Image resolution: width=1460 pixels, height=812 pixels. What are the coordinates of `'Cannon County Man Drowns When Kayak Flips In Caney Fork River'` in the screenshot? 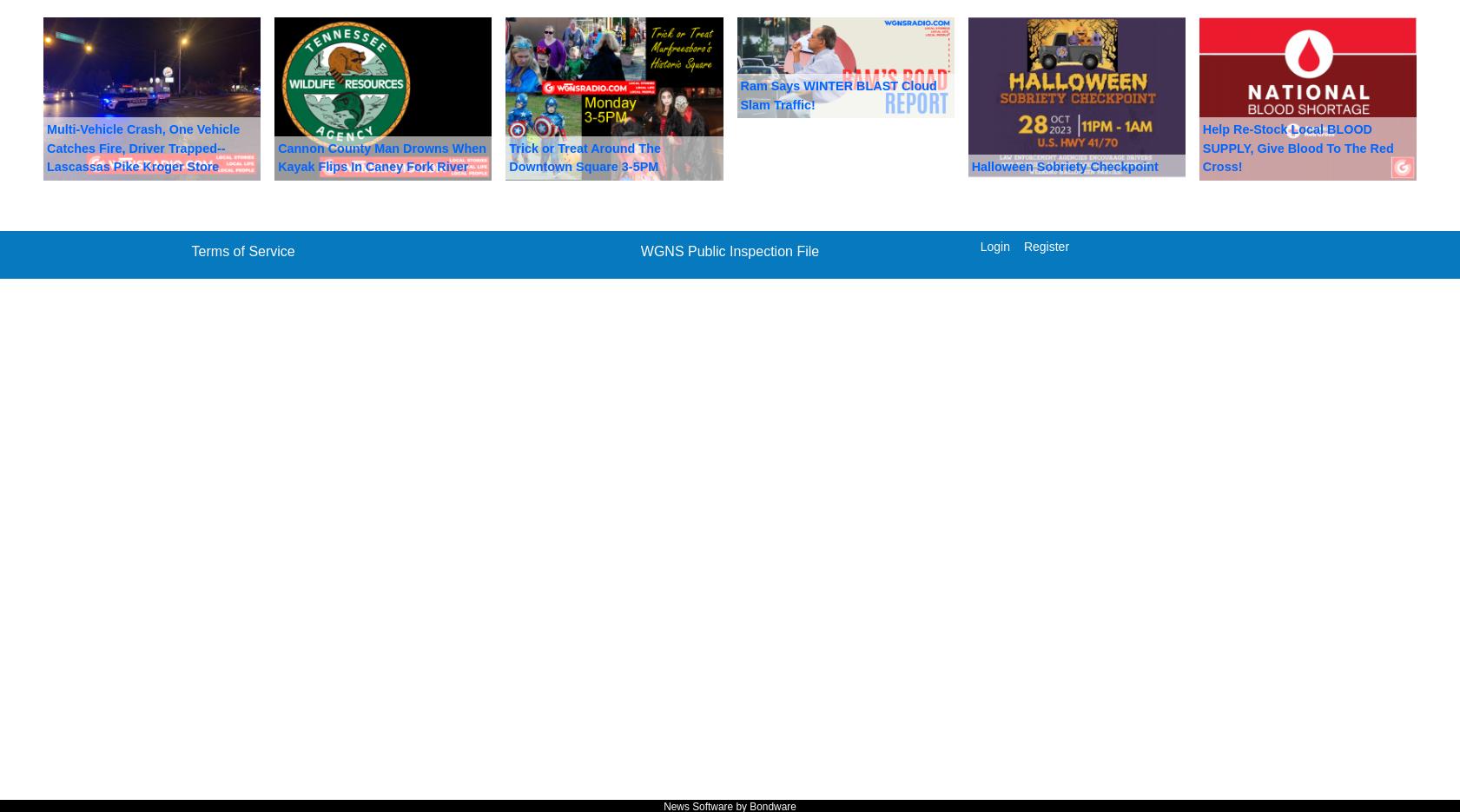 It's located at (380, 156).